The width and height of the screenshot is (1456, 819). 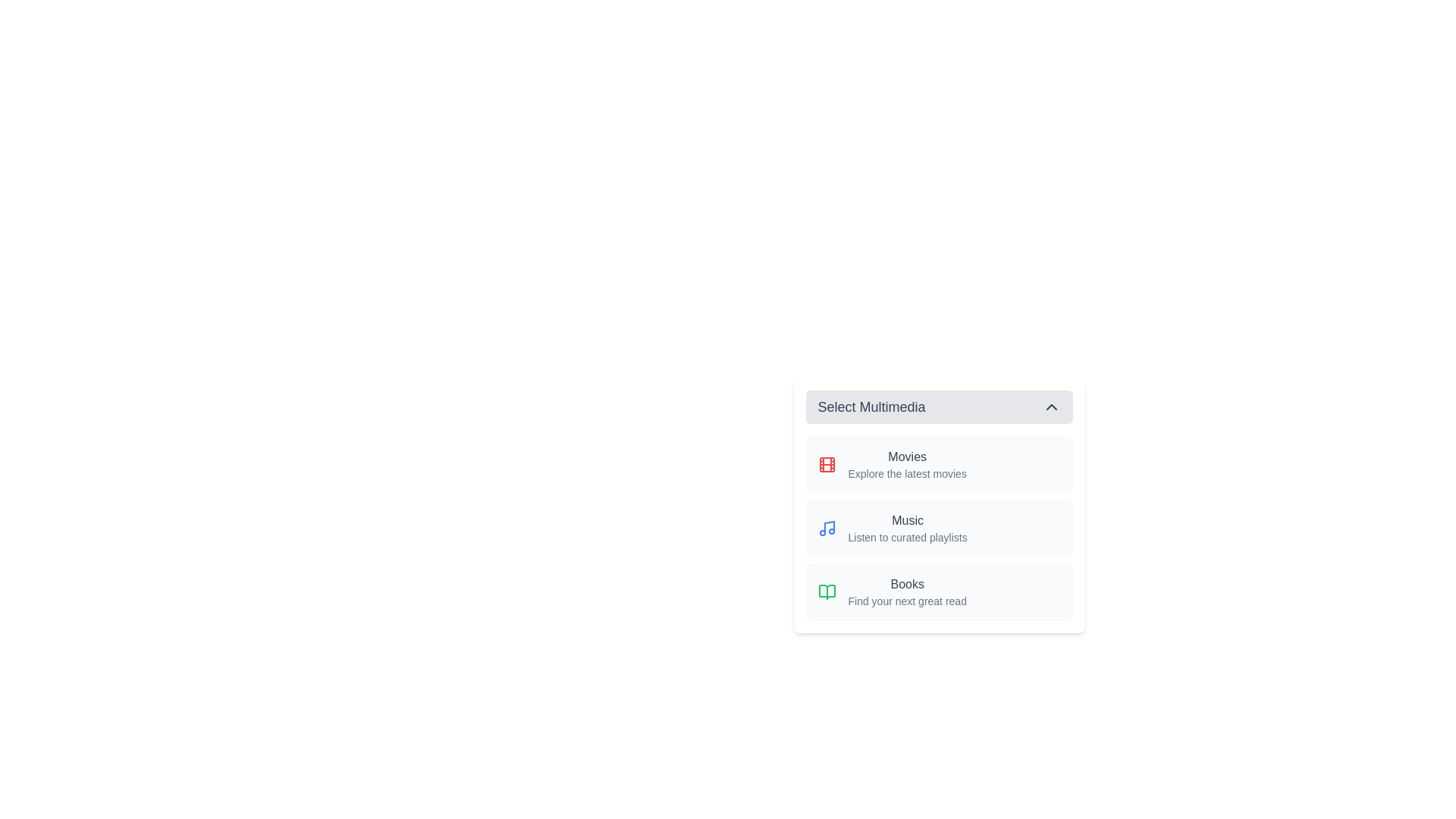 I want to click on text label displaying 'Books' and 'Find your next great read', located below the book icon in the Books section of the interface, so click(x=907, y=591).